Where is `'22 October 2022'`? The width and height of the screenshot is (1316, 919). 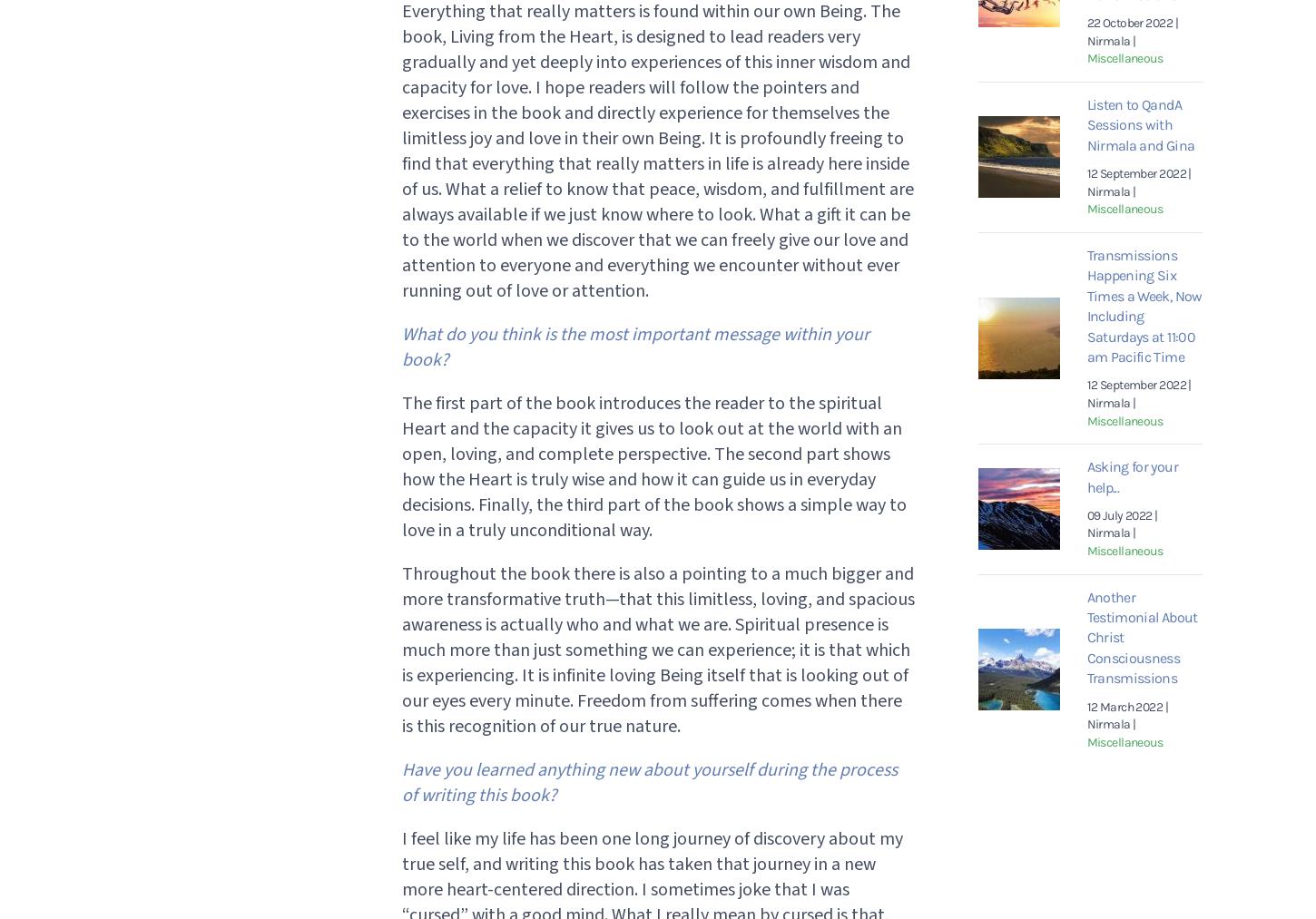 '22 October 2022' is located at coordinates (1129, 22).